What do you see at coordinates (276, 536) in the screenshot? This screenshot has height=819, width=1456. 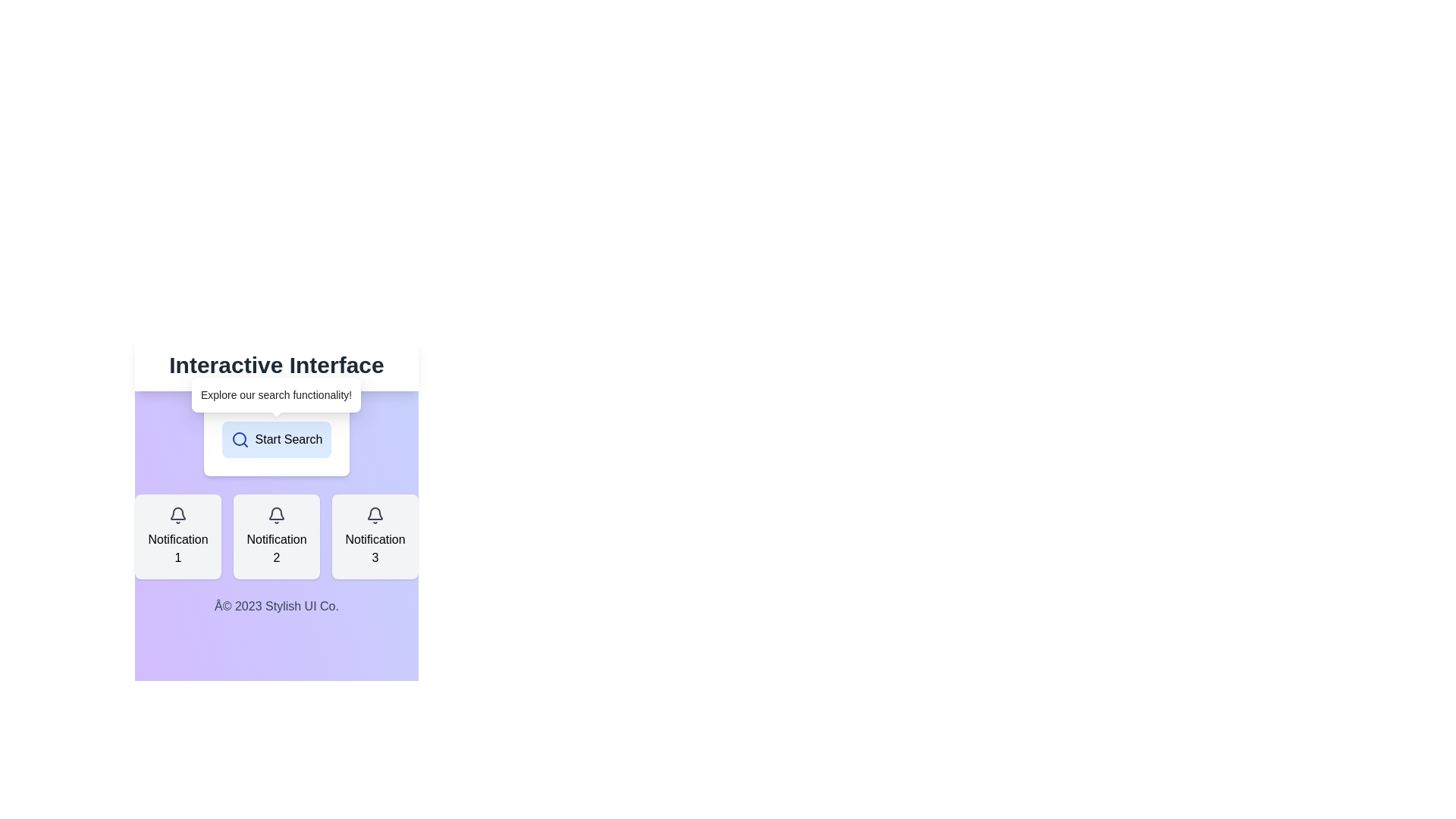 I see `the 'Notification 2' display card, which is the second notification card in a group of three, positioned in the middle portion of the user interface` at bounding box center [276, 536].